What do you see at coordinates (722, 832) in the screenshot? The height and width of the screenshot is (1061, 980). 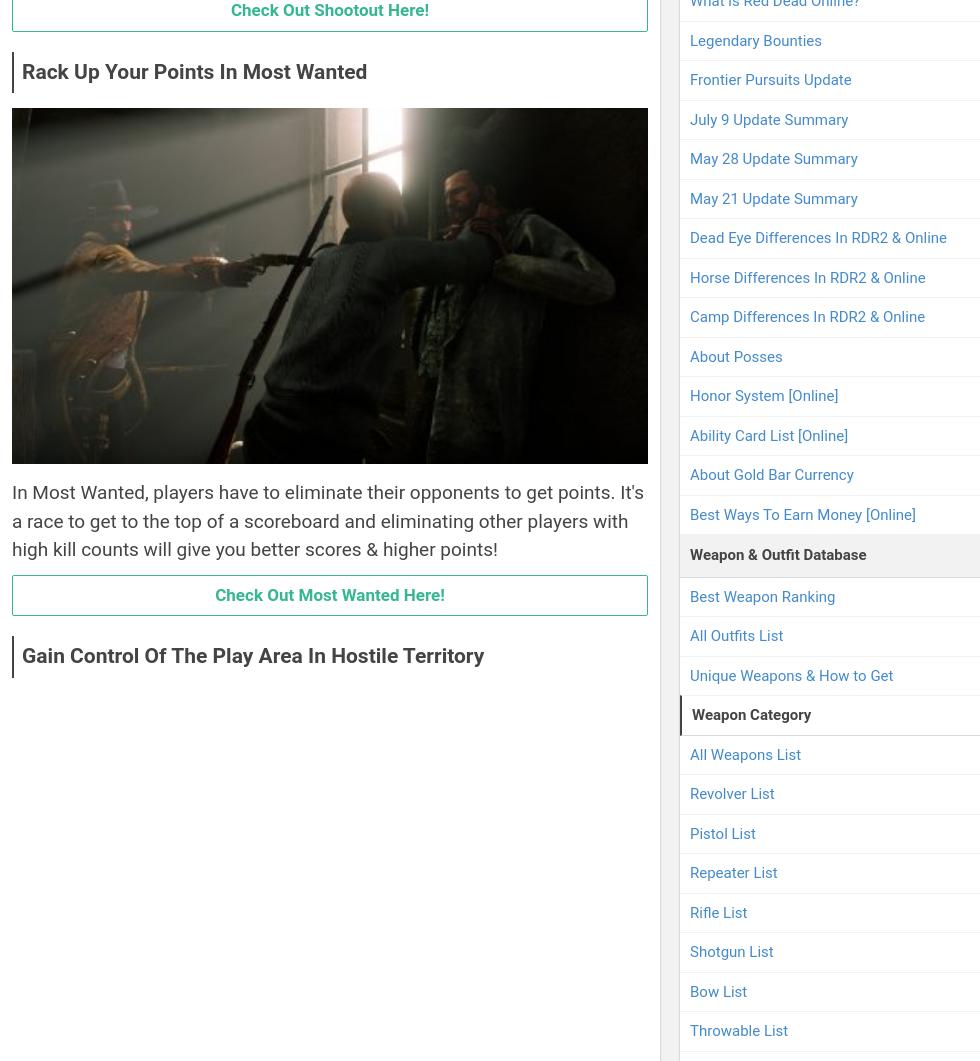 I see `'Pistol List'` at bounding box center [722, 832].